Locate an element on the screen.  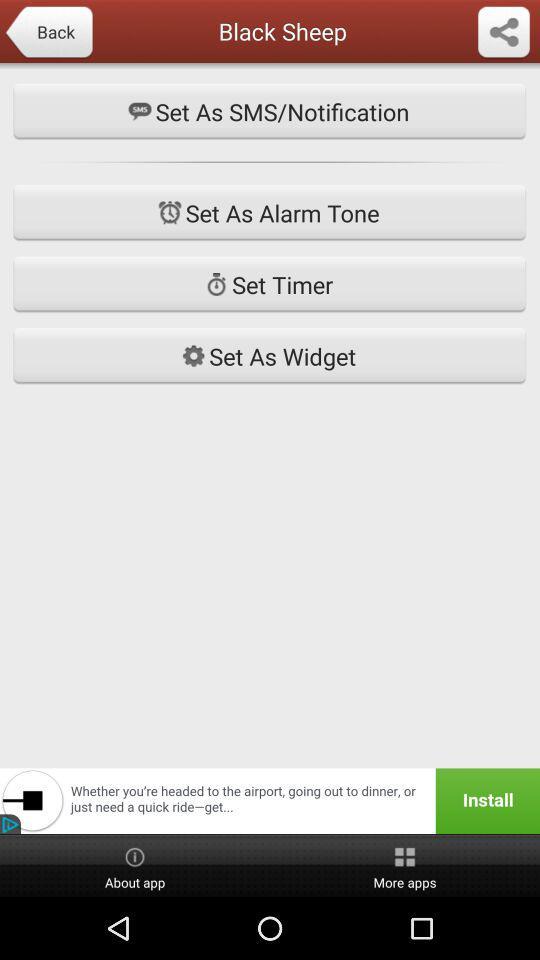
the icon next to the about app button is located at coordinates (405, 865).